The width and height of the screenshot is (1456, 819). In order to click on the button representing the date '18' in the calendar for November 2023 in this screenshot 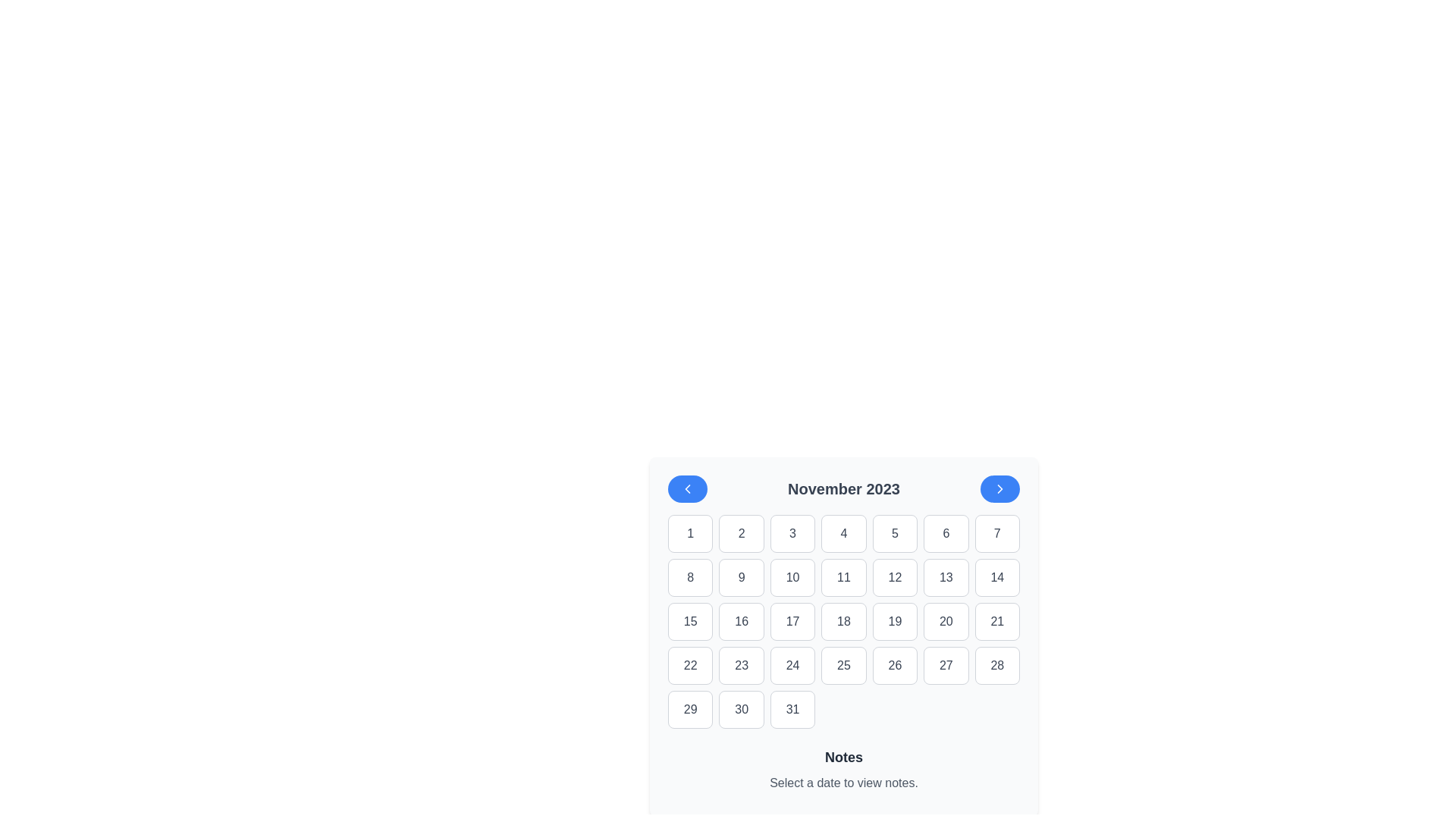, I will do `click(843, 622)`.